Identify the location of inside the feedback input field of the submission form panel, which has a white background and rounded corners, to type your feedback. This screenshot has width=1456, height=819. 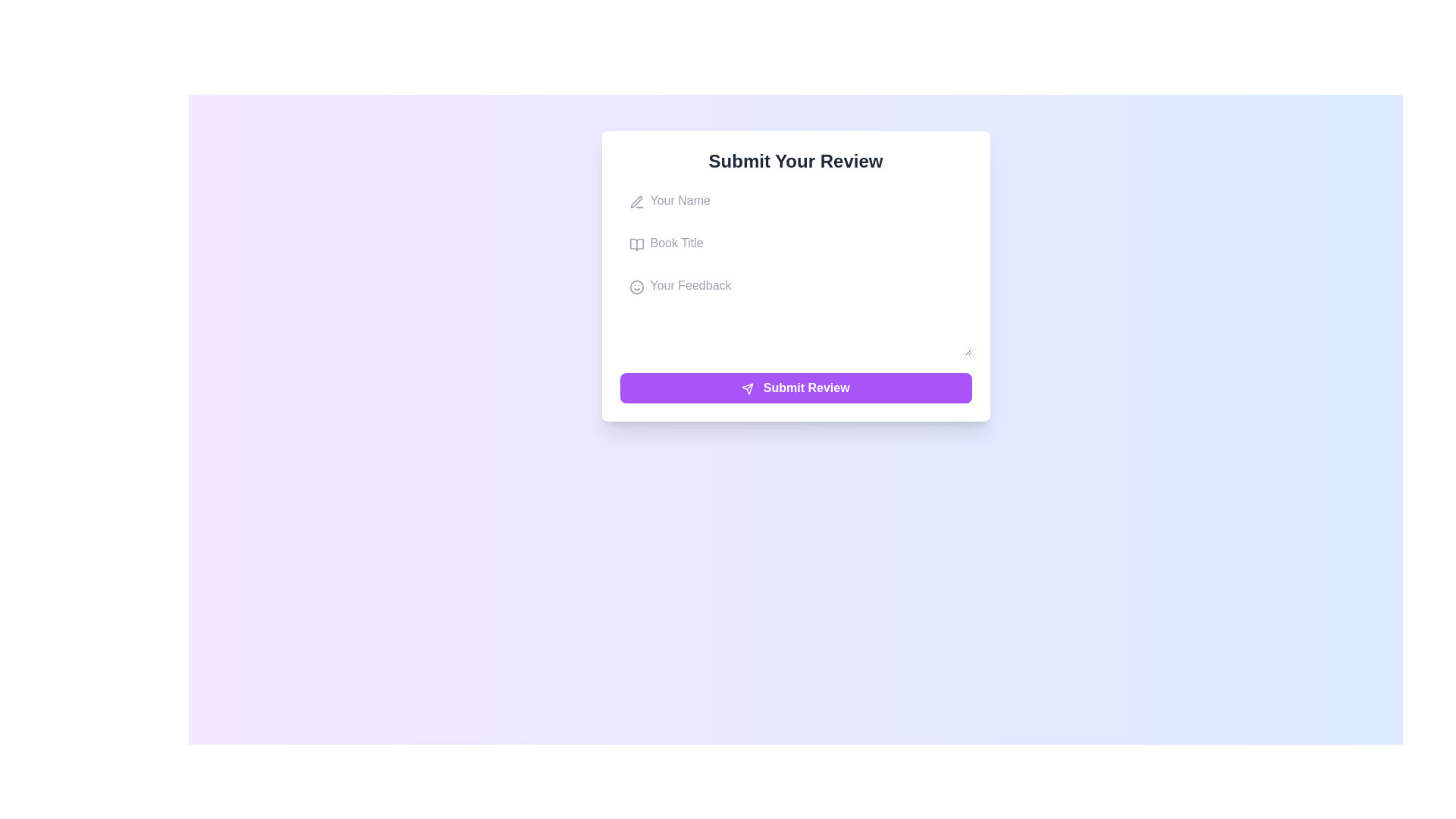
(795, 276).